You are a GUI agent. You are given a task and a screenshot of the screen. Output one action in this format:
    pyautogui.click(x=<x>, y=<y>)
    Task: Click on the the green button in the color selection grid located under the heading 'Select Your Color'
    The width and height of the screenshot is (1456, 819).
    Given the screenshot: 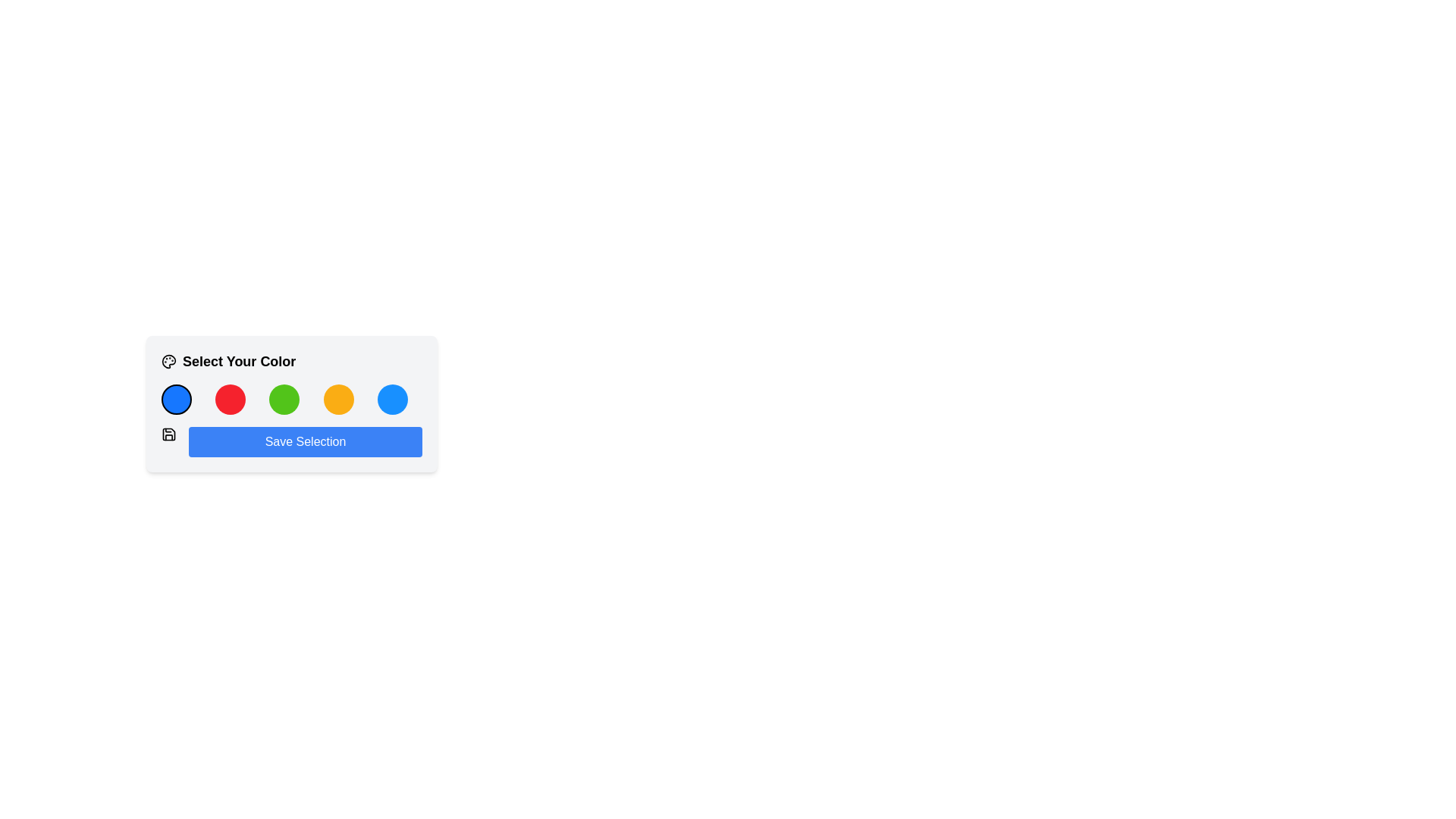 What is the action you would take?
    pyautogui.click(x=291, y=399)
    